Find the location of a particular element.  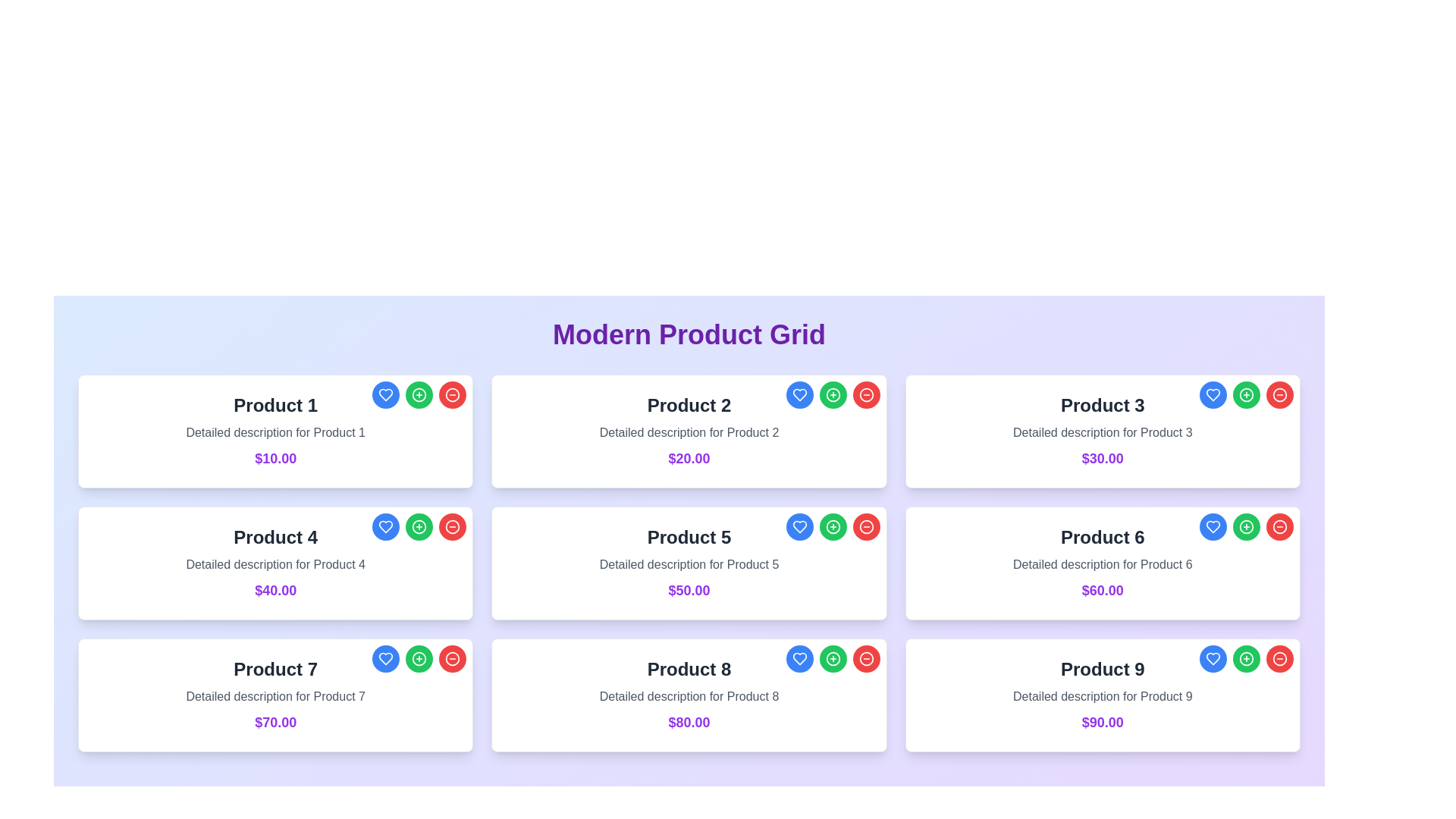

the 'Add to cart' button for Product 8, which is located in the third row, positioned to the right of the product card and adjacent to the heart-shaped icon is located at coordinates (832, 657).